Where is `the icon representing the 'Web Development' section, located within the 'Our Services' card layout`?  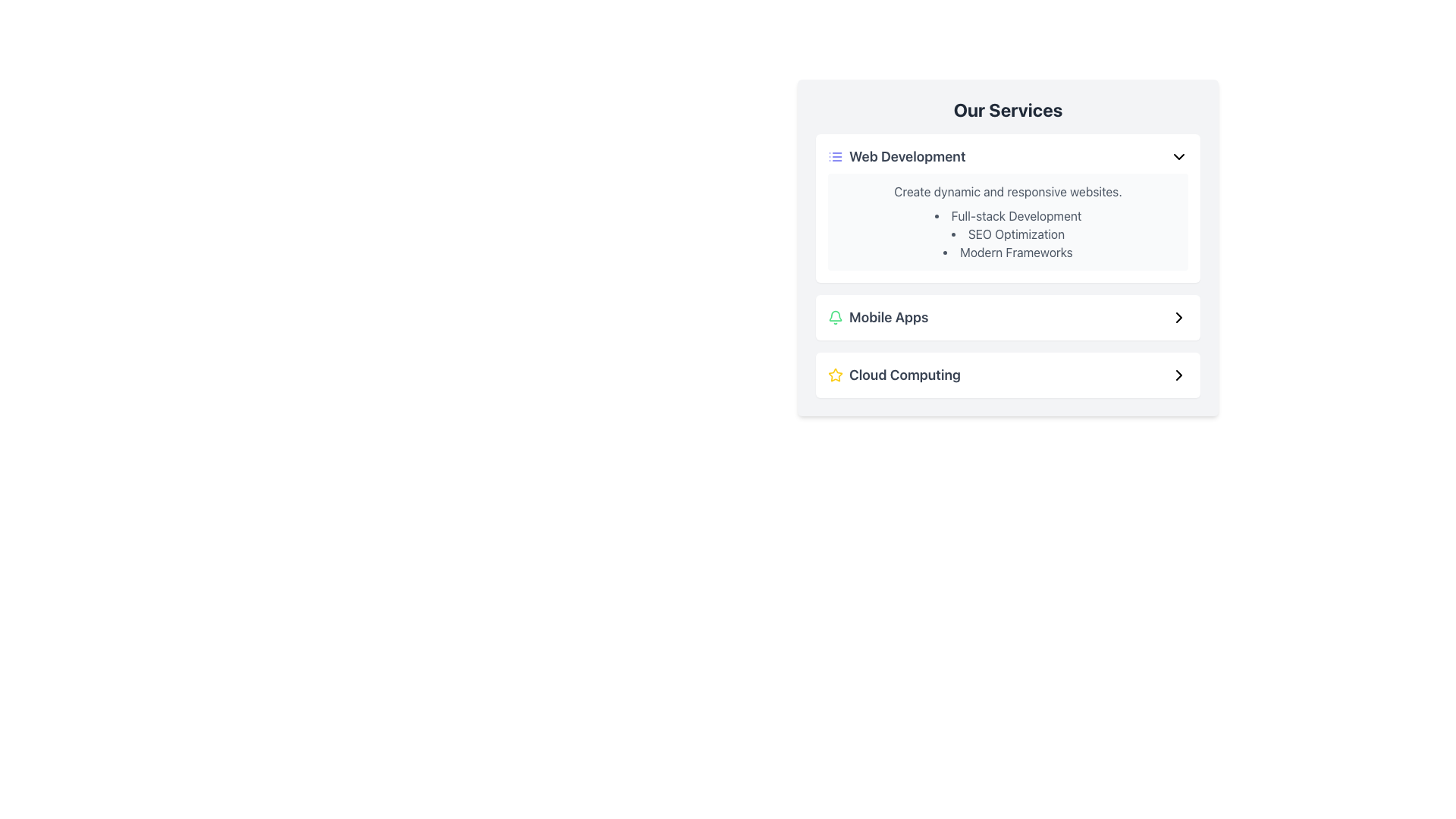
the icon representing the 'Web Development' section, located within the 'Our Services' card layout is located at coordinates (835, 157).